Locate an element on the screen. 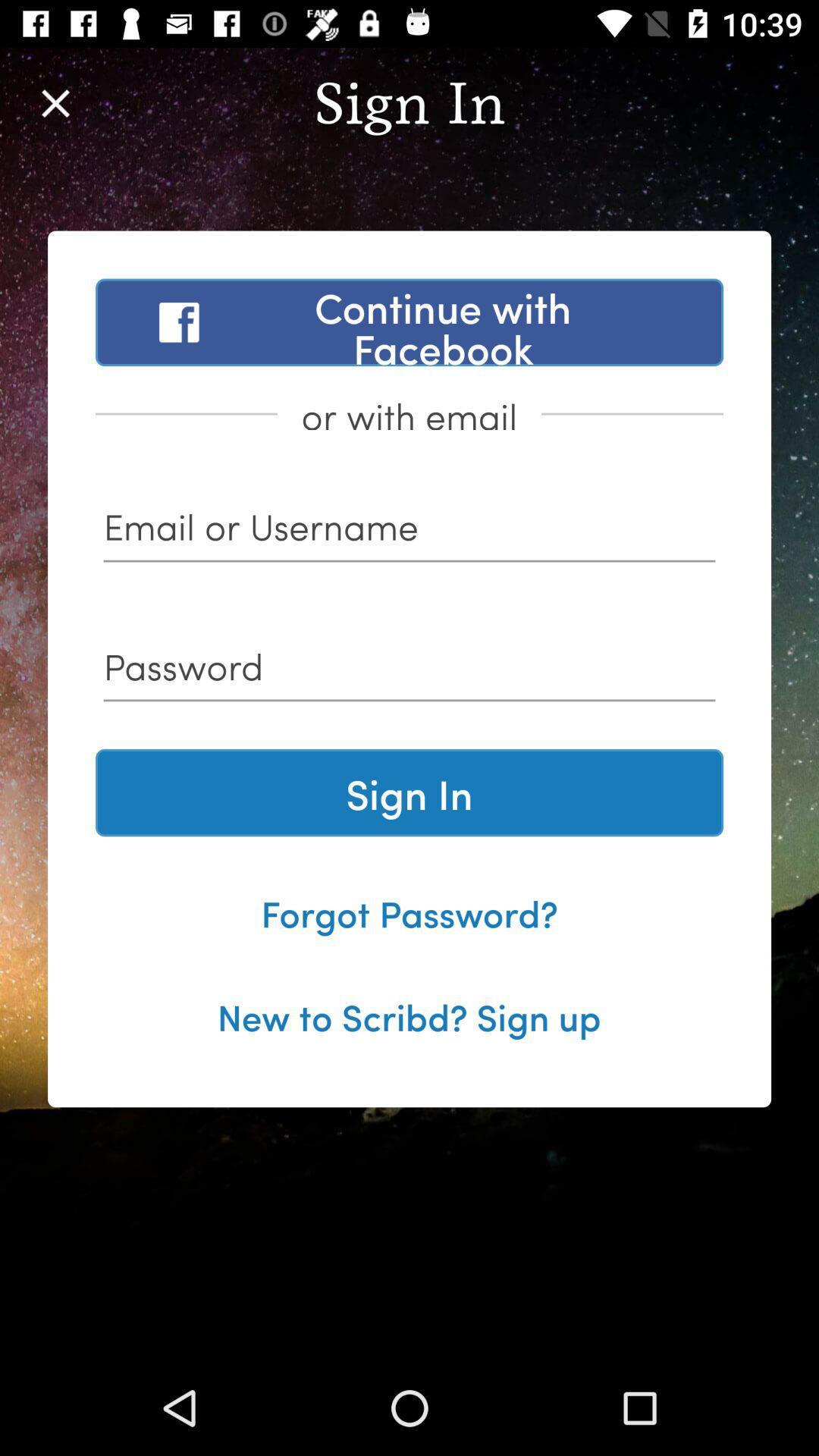 Image resolution: width=819 pixels, height=1456 pixels. your username is located at coordinates (409, 532).